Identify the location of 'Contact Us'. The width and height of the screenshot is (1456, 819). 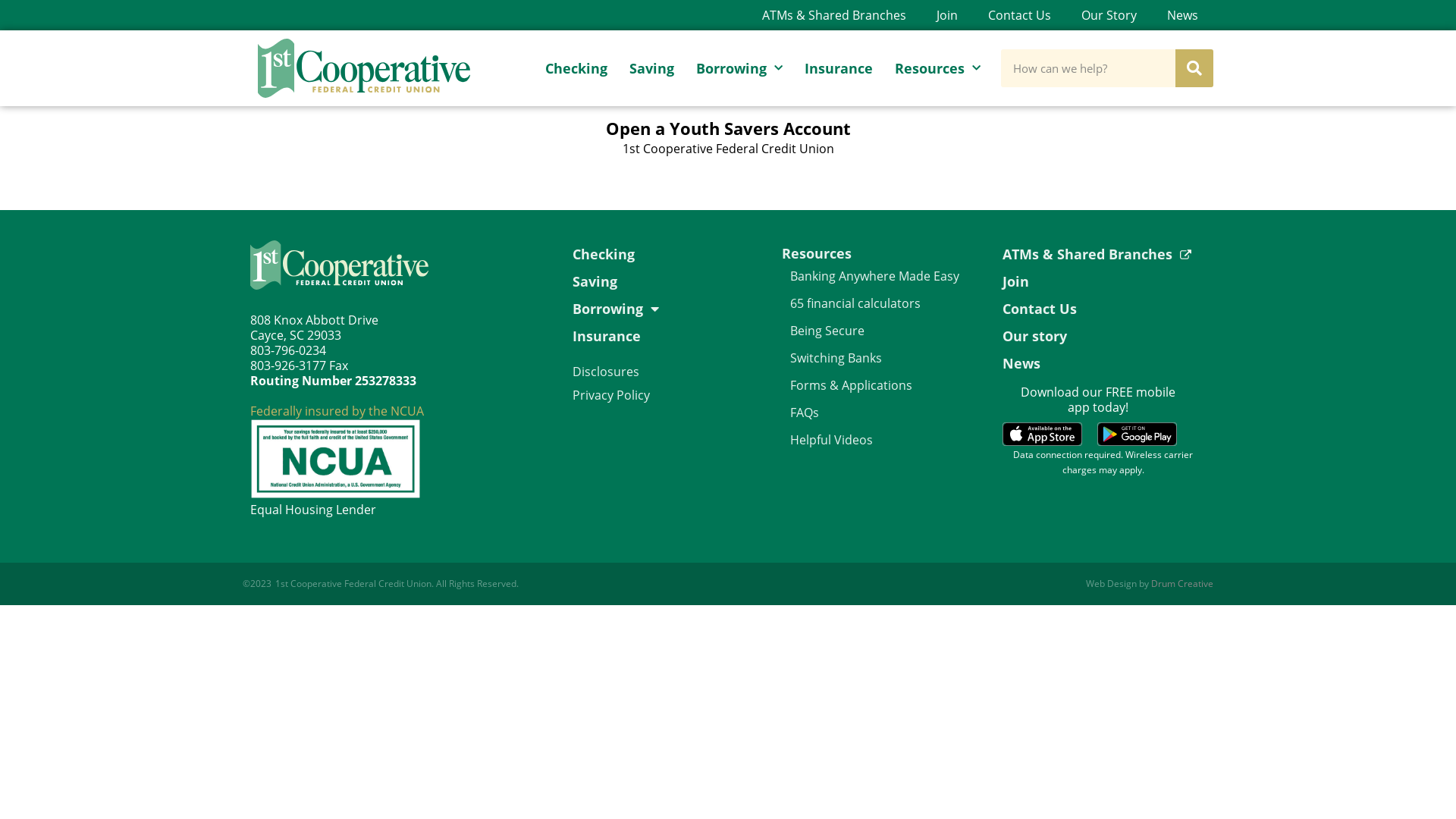
(1019, 14).